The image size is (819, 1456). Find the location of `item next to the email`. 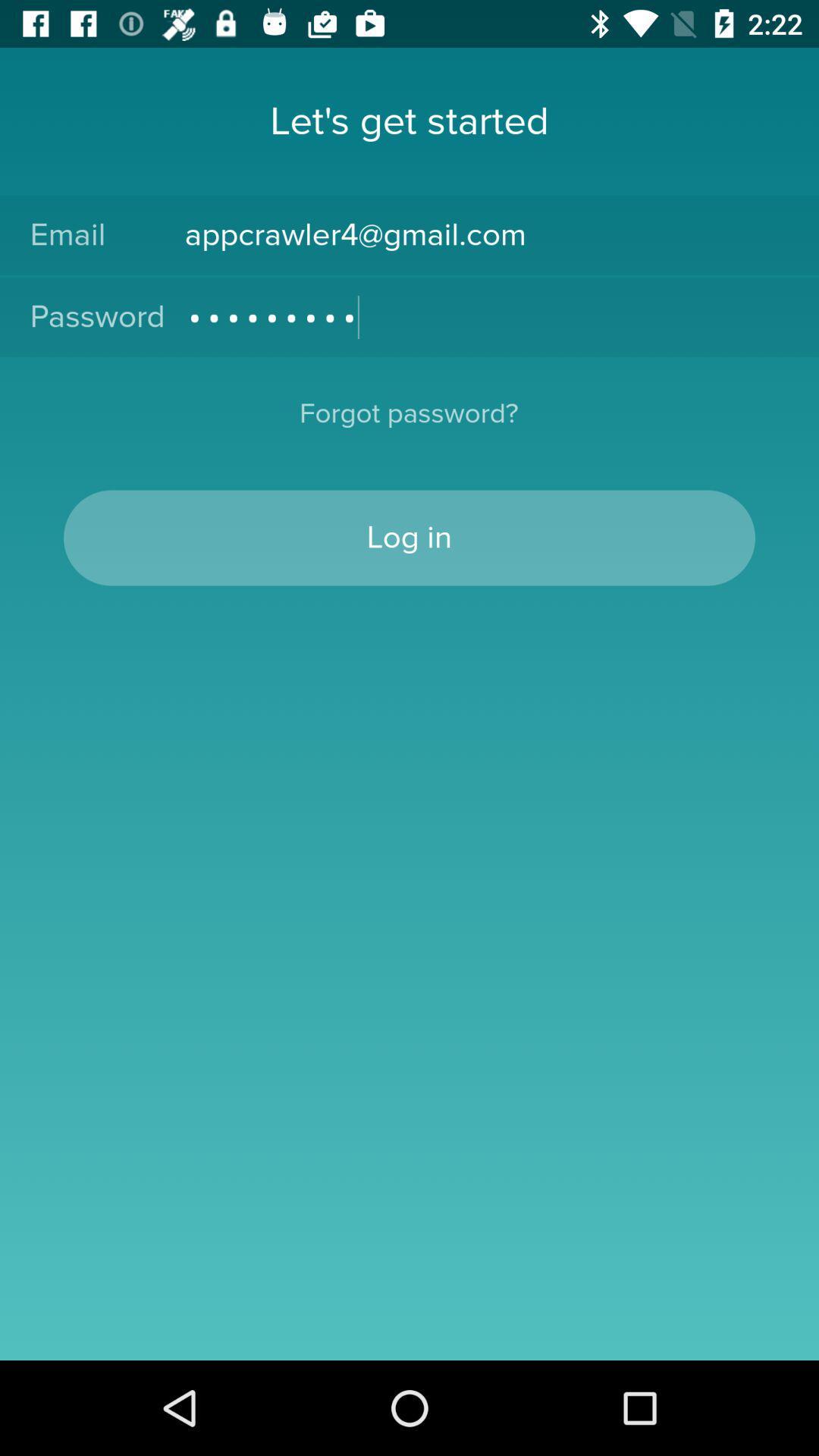

item next to the email is located at coordinates (486, 234).